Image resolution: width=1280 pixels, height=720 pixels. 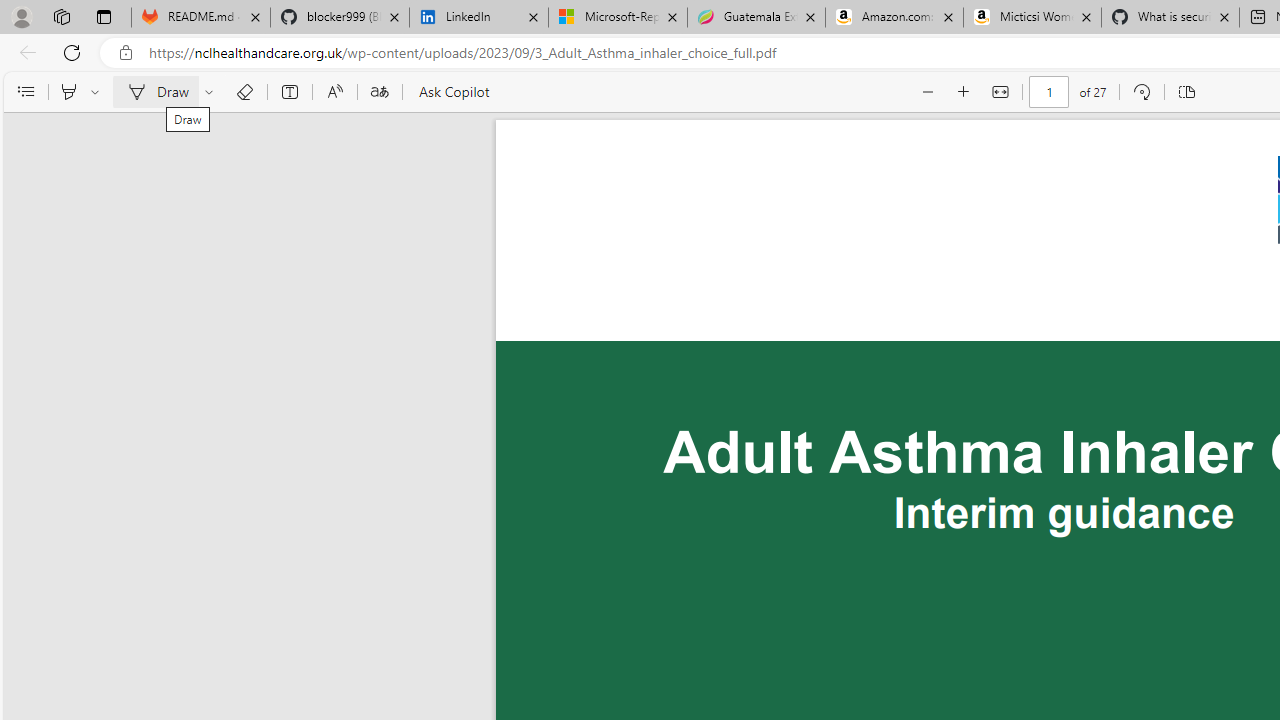 What do you see at coordinates (1141, 92) in the screenshot?
I see `'Rotate (Ctrl+])'` at bounding box center [1141, 92].